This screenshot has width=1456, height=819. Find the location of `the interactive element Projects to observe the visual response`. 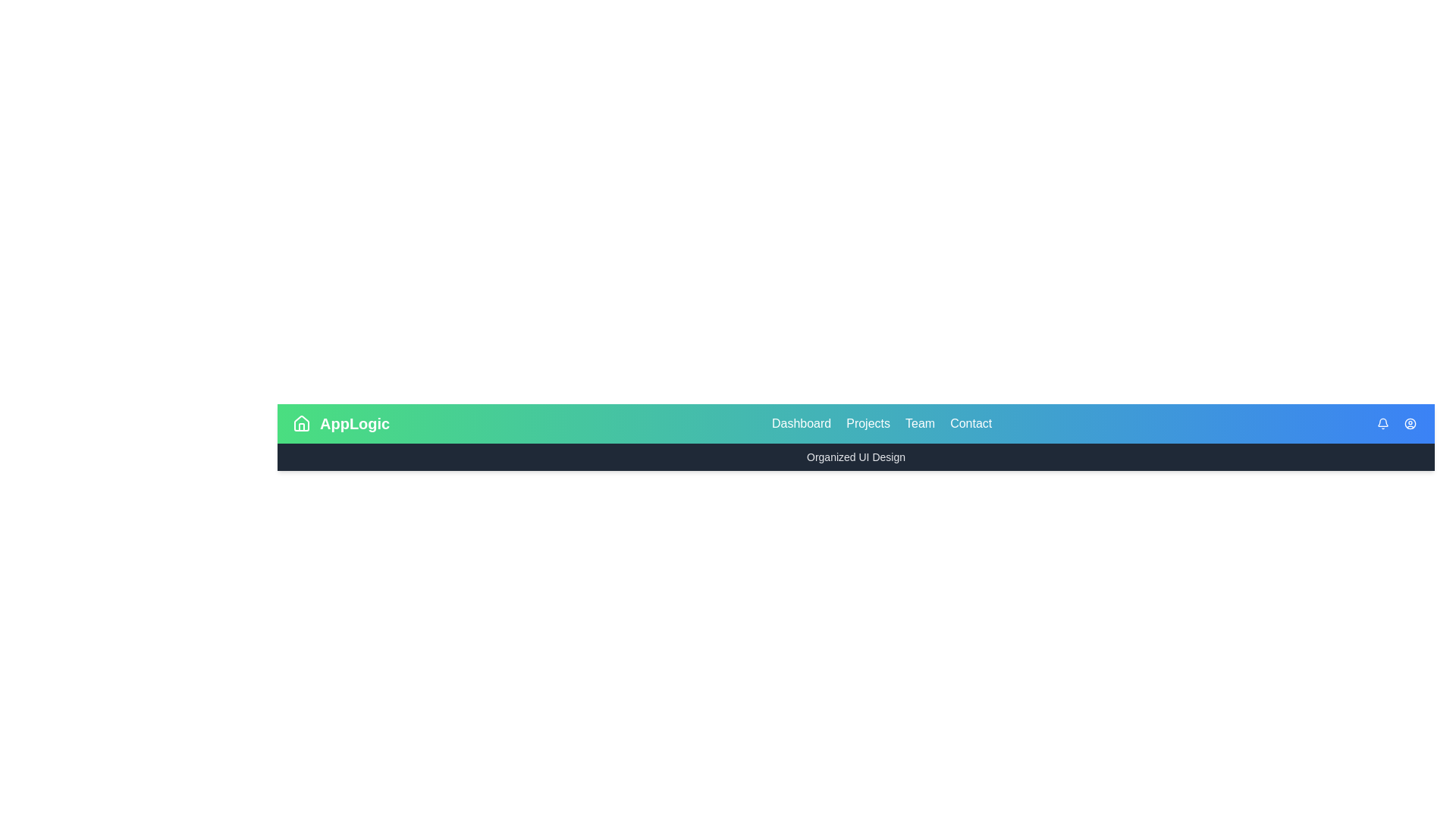

the interactive element Projects to observe the visual response is located at coordinates (868, 424).